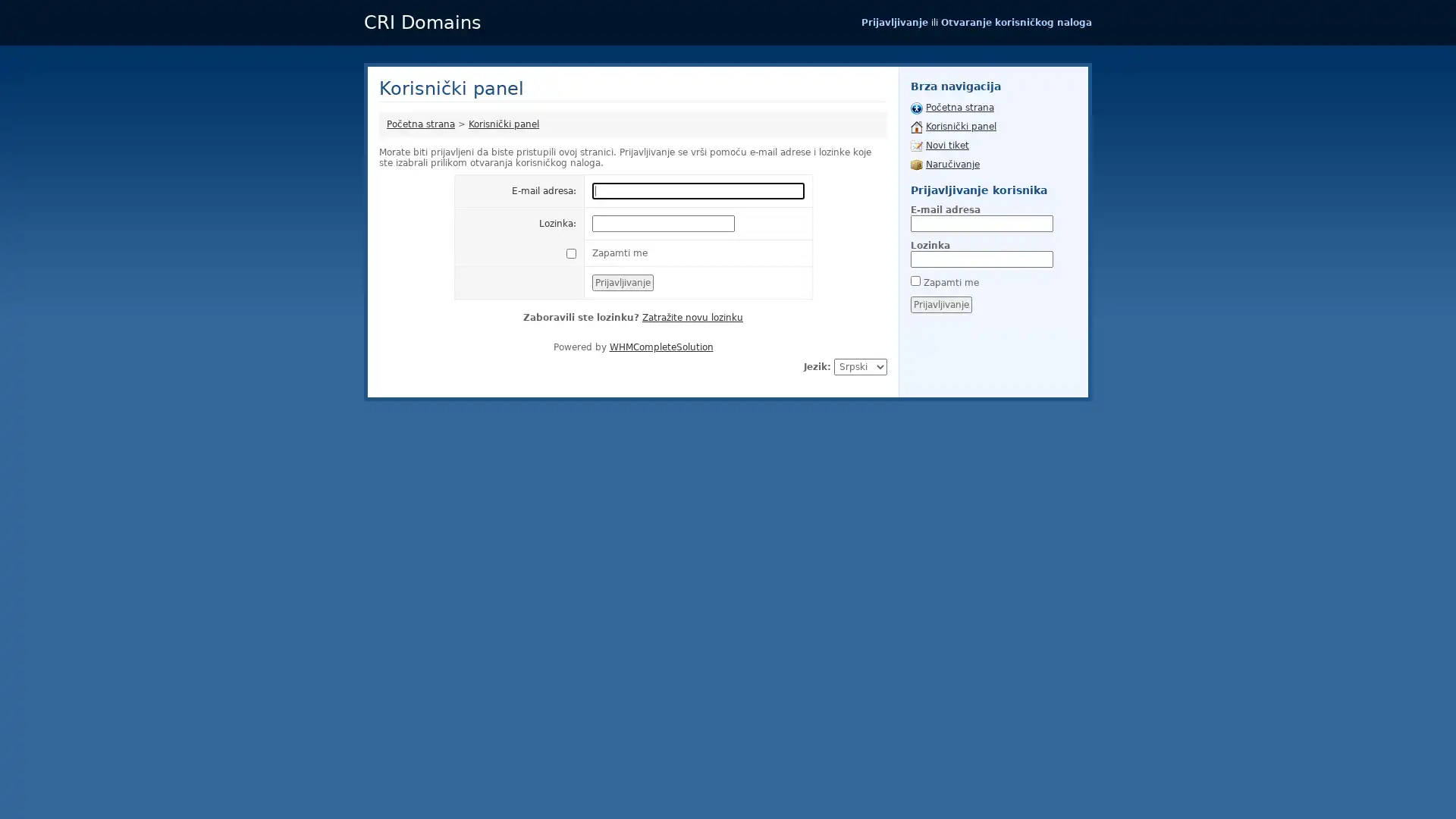  Describe the element at coordinates (622, 283) in the screenshot. I see `Prijavljivanje` at that location.